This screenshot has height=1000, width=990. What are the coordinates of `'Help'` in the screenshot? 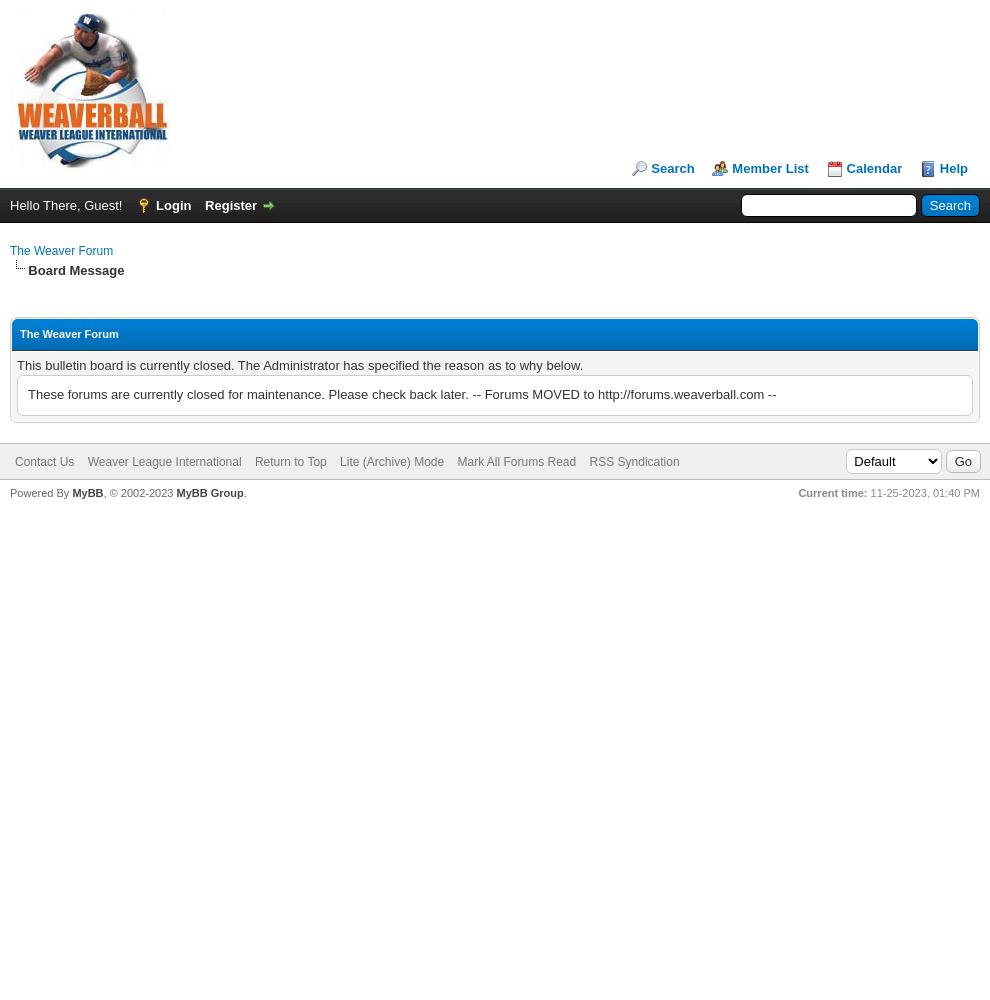 It's located at (938, 168).